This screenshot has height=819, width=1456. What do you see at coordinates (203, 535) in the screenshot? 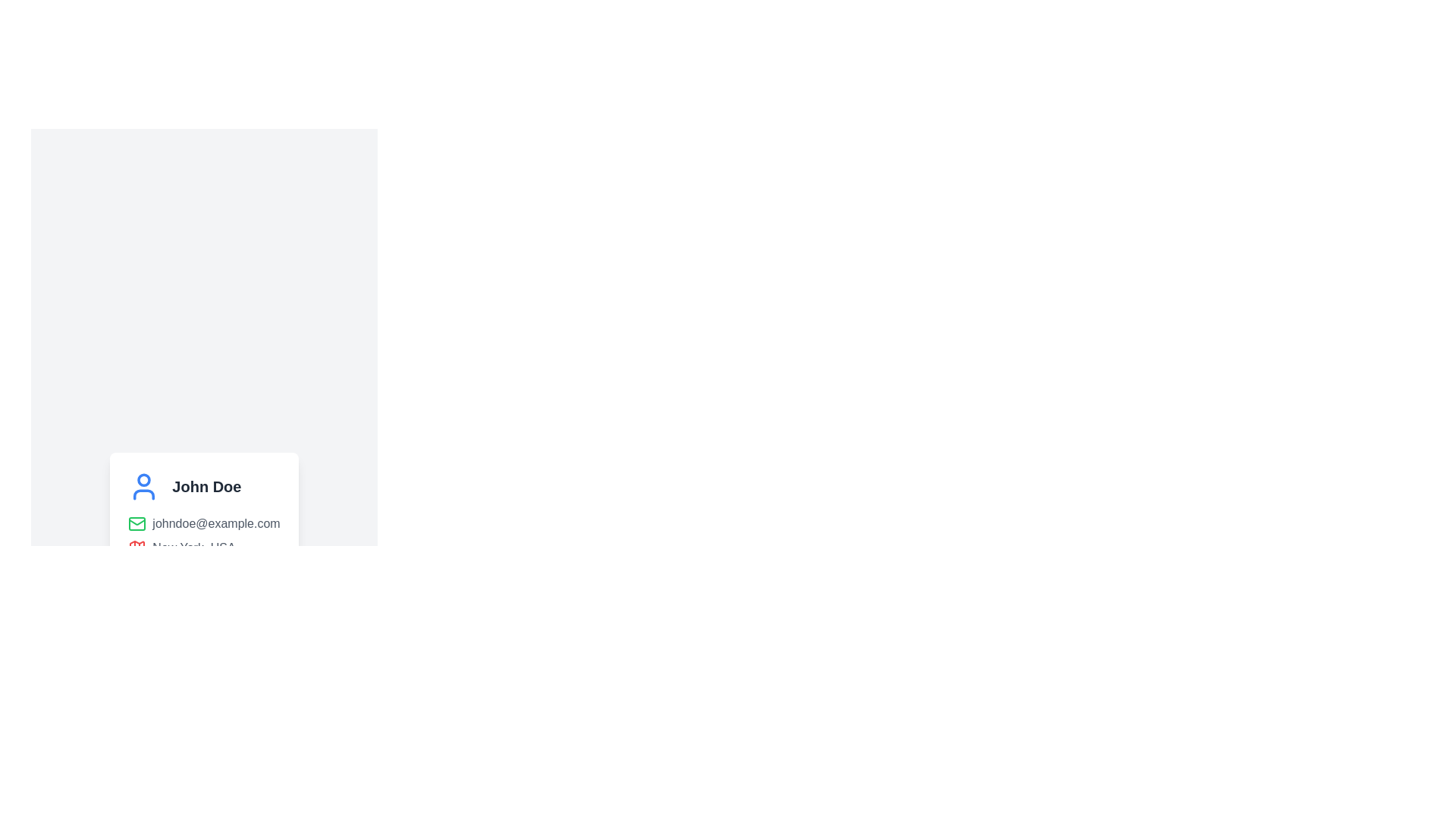
I see `the text block that provides the email address and location associated with the user, located under 'John Doe' and above the 'Contact' section in a card layout` at bounding box center [203, 535].